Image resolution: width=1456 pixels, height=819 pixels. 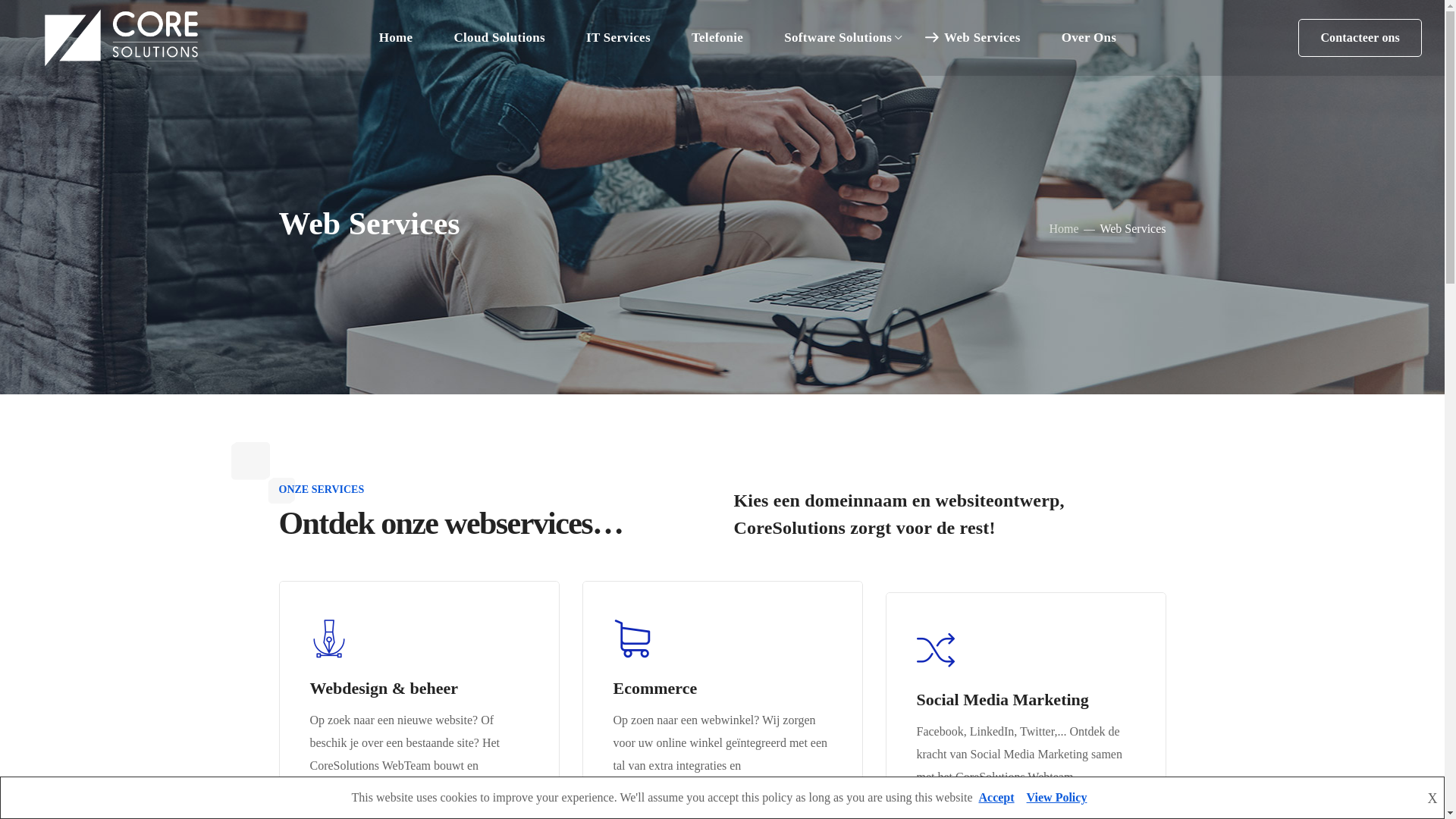 What do you see at coordinates (618, 37) in the screenshot?
I see `'IT Services'` at bounding box center [618, 37].